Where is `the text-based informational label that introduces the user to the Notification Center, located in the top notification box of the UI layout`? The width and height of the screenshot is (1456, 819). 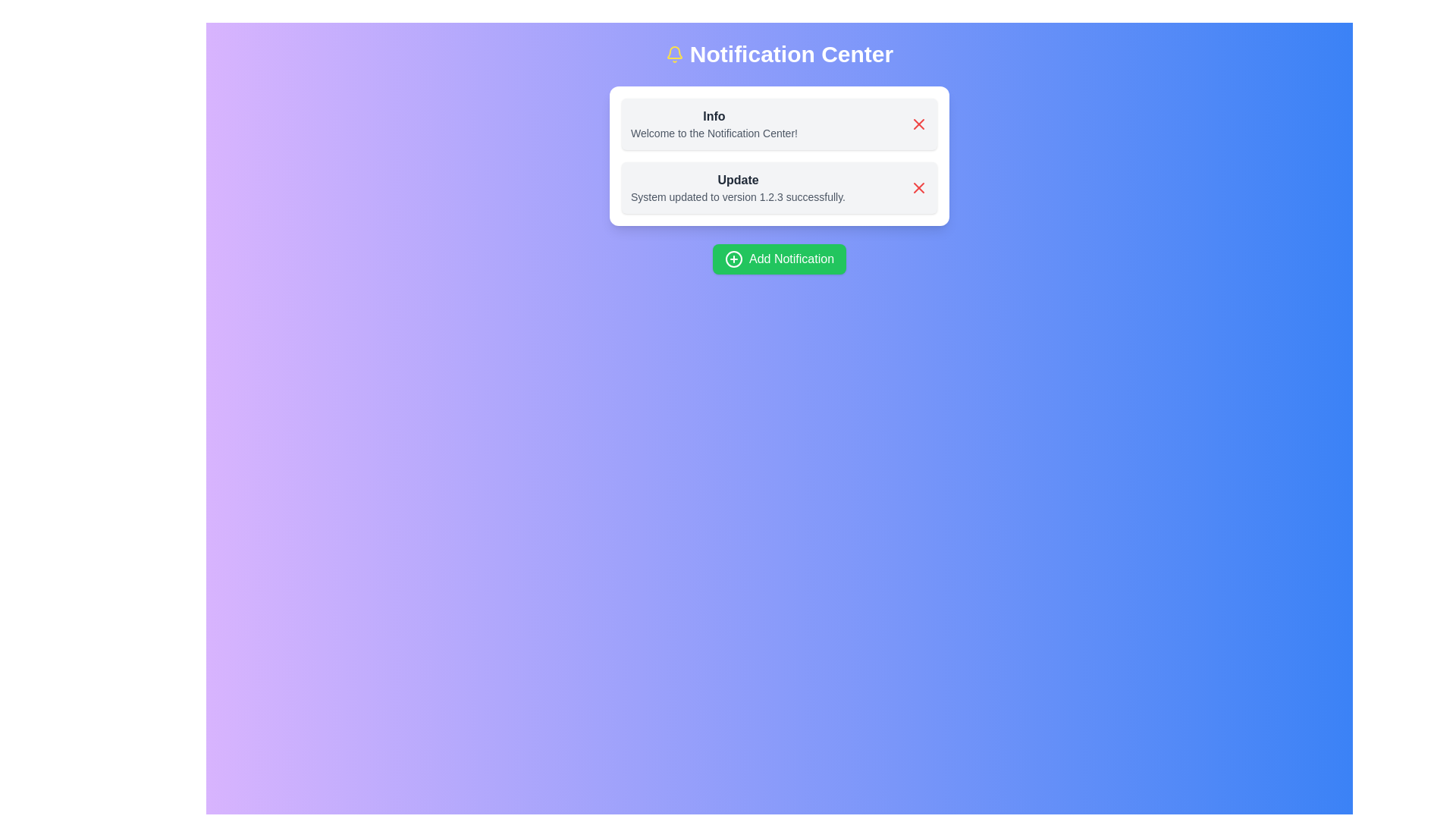 the text-based informational label that introduces the user to the Notification Center, located in the top notification box of the UI layout is located at coordinates (713, 124).